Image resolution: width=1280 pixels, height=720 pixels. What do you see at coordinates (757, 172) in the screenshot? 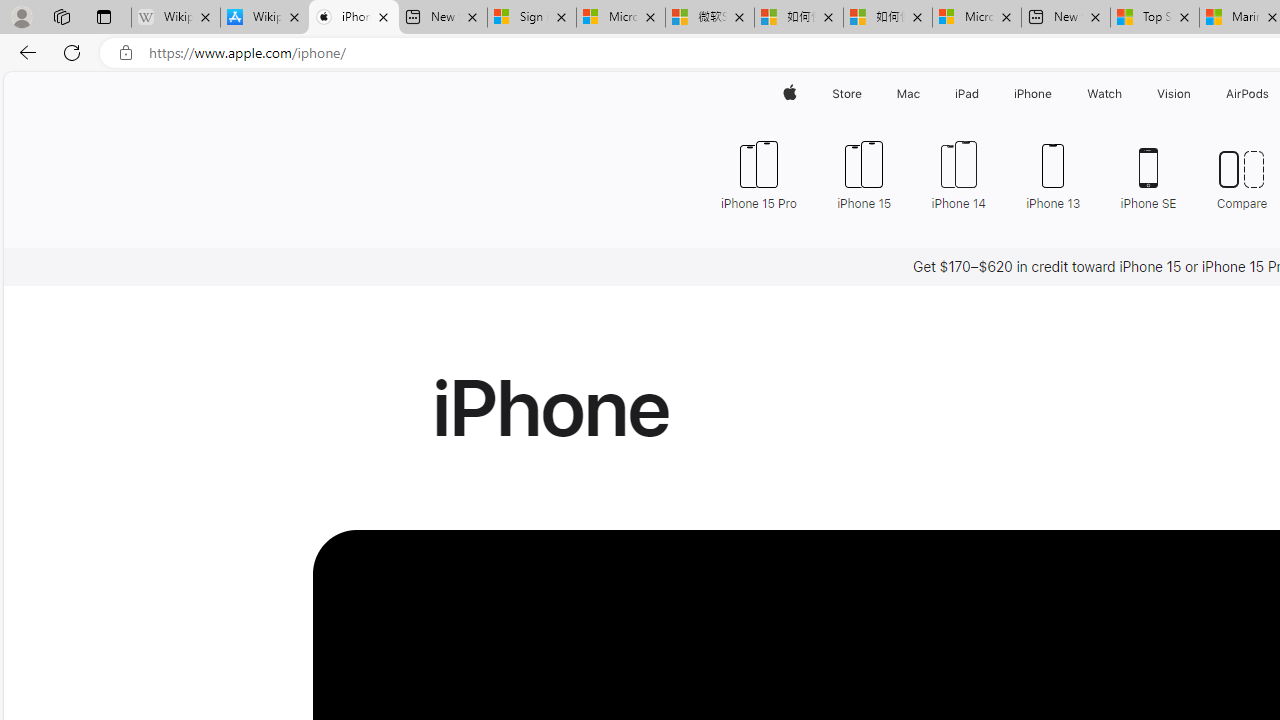
I see `'iPhone 15 Pro'` at bounding box center [757, 172].